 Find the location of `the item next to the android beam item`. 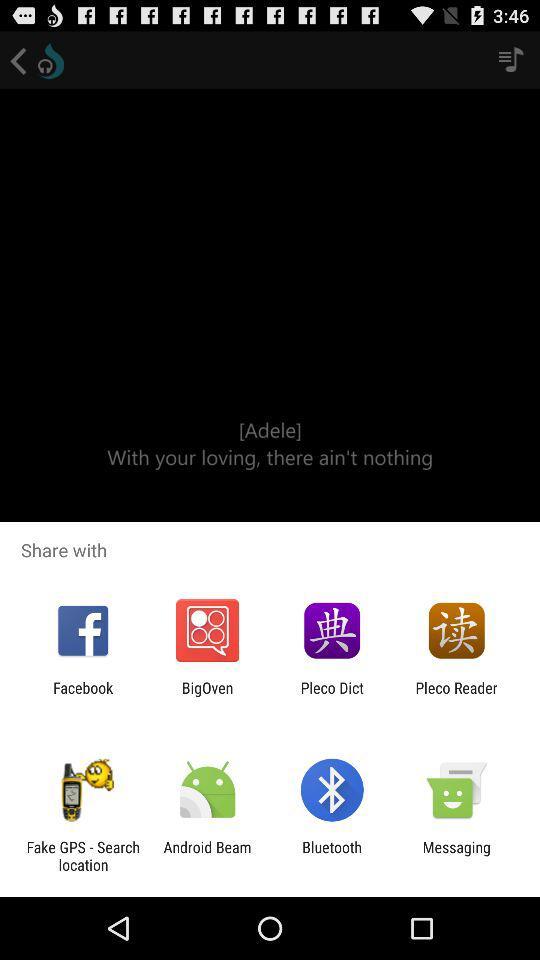

the item next to the android beam item is located at coordinates (332, 855).